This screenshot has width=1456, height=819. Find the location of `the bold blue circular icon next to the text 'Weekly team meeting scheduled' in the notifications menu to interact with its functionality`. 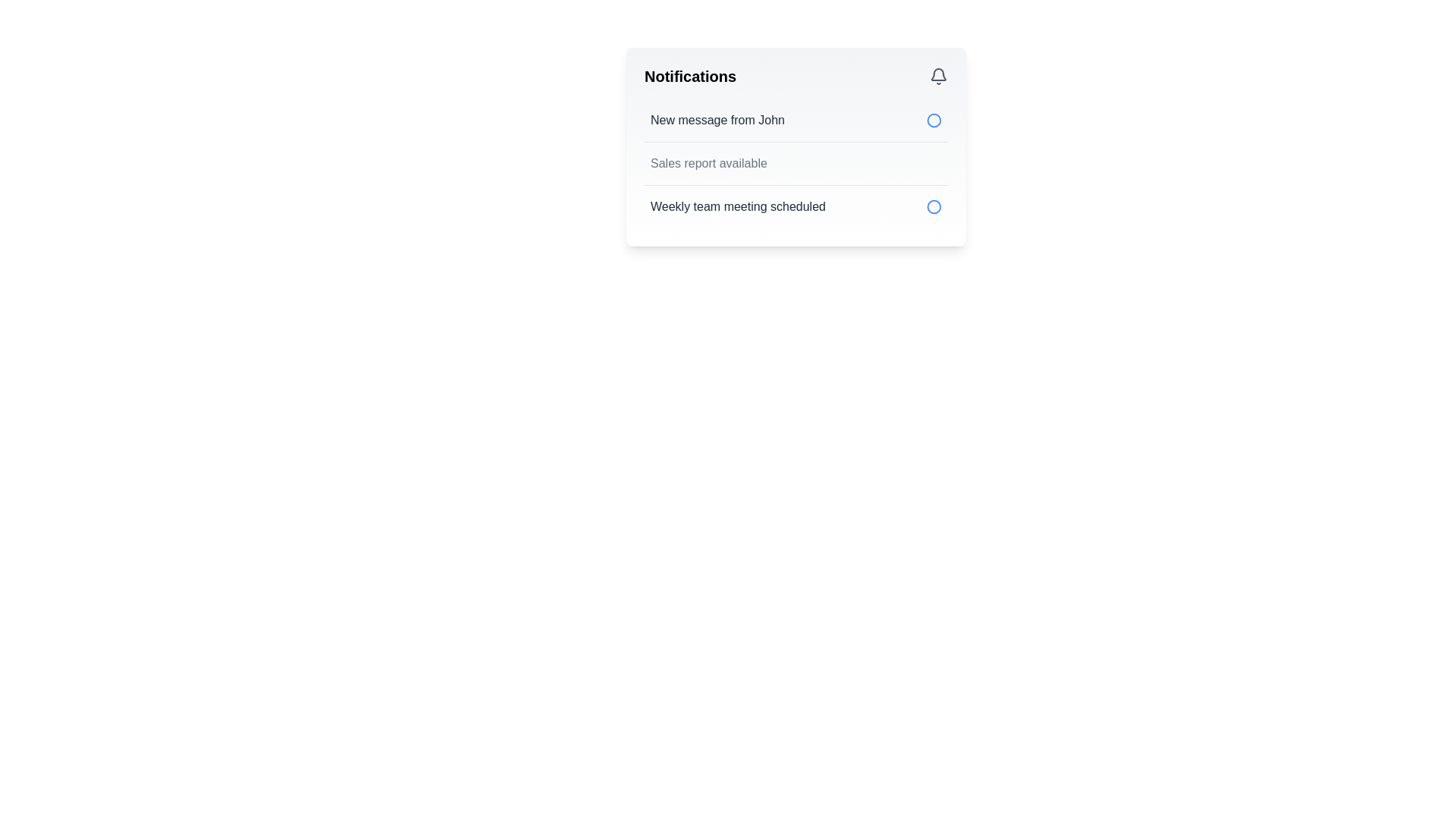

the bold blue circular icon next to the text 'Weekly team meeting scheduled' in the notifications menu to interact with its functionality is located at coordinates (934, 207).